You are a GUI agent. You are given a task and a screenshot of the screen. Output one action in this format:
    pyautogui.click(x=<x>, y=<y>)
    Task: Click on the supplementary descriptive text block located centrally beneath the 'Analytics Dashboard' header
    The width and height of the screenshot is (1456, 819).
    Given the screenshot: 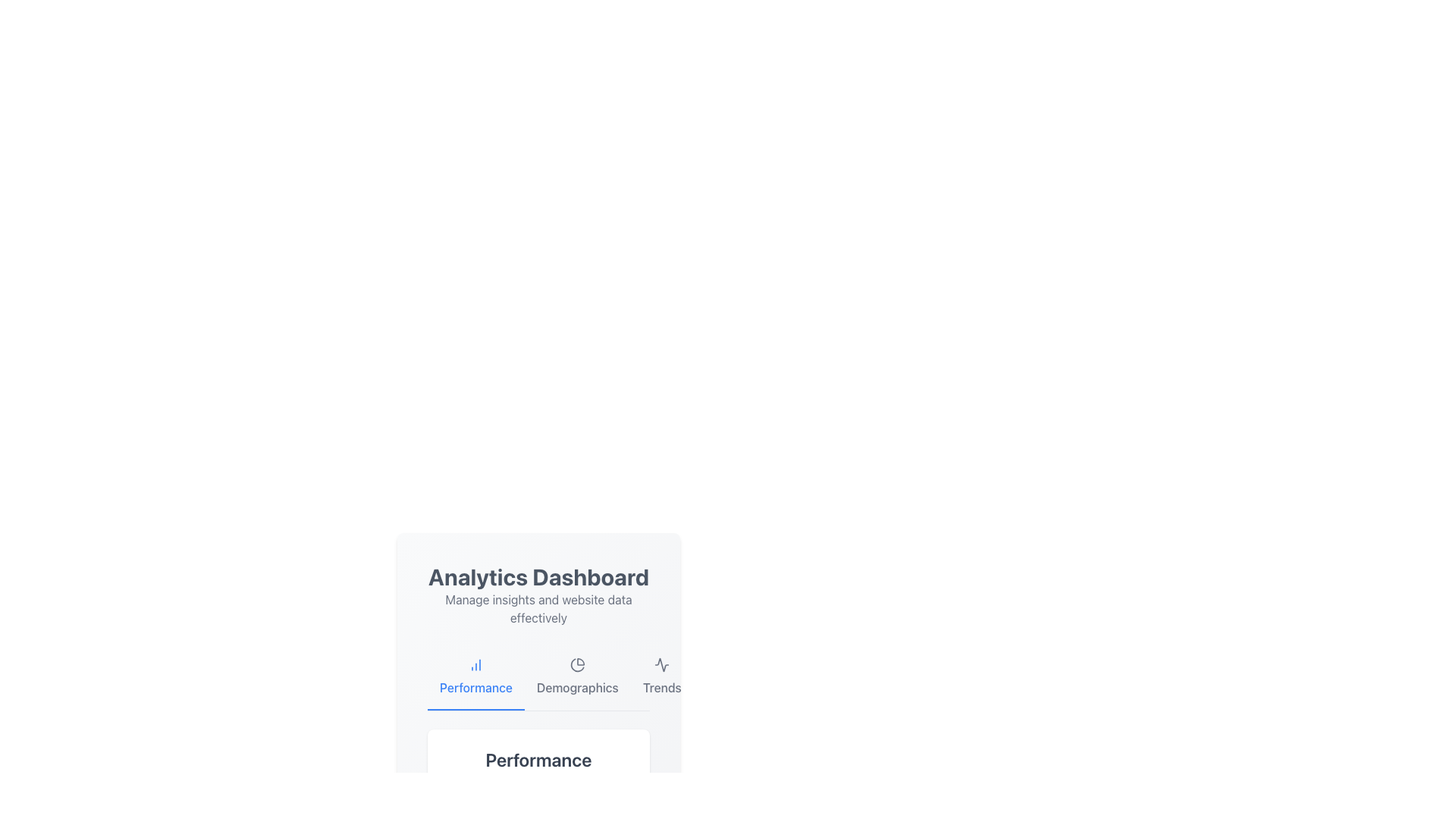 What is the action you would take?
    pyautogui.click(x=538, y=607)
    